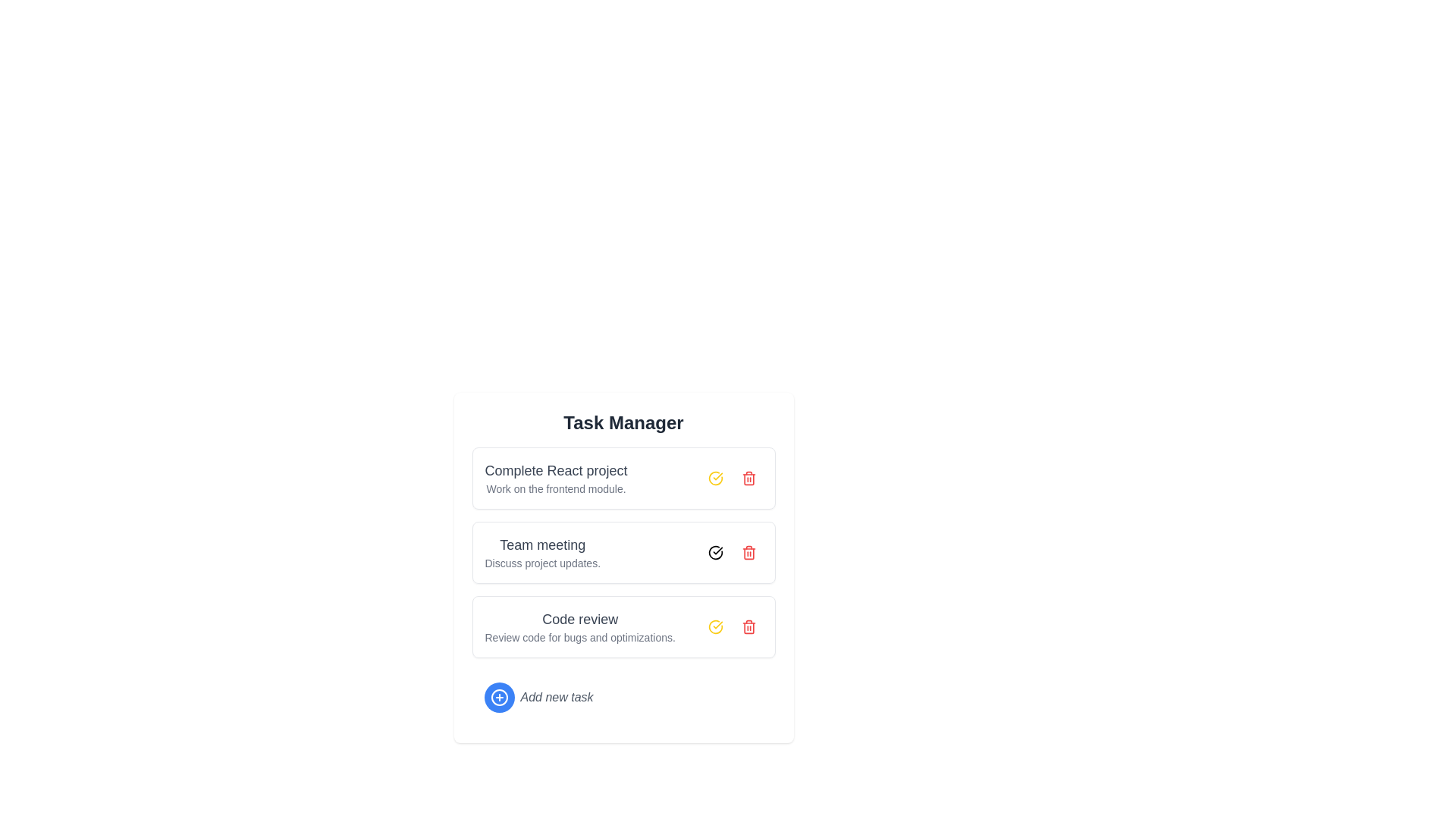 The height and width of the screenshot is (819, 1456). What do you see at coordinates (714, 553) in the screenshot?
I see `the completion status icon of the 'Team meeting' task` at bounding box center [714, 553].